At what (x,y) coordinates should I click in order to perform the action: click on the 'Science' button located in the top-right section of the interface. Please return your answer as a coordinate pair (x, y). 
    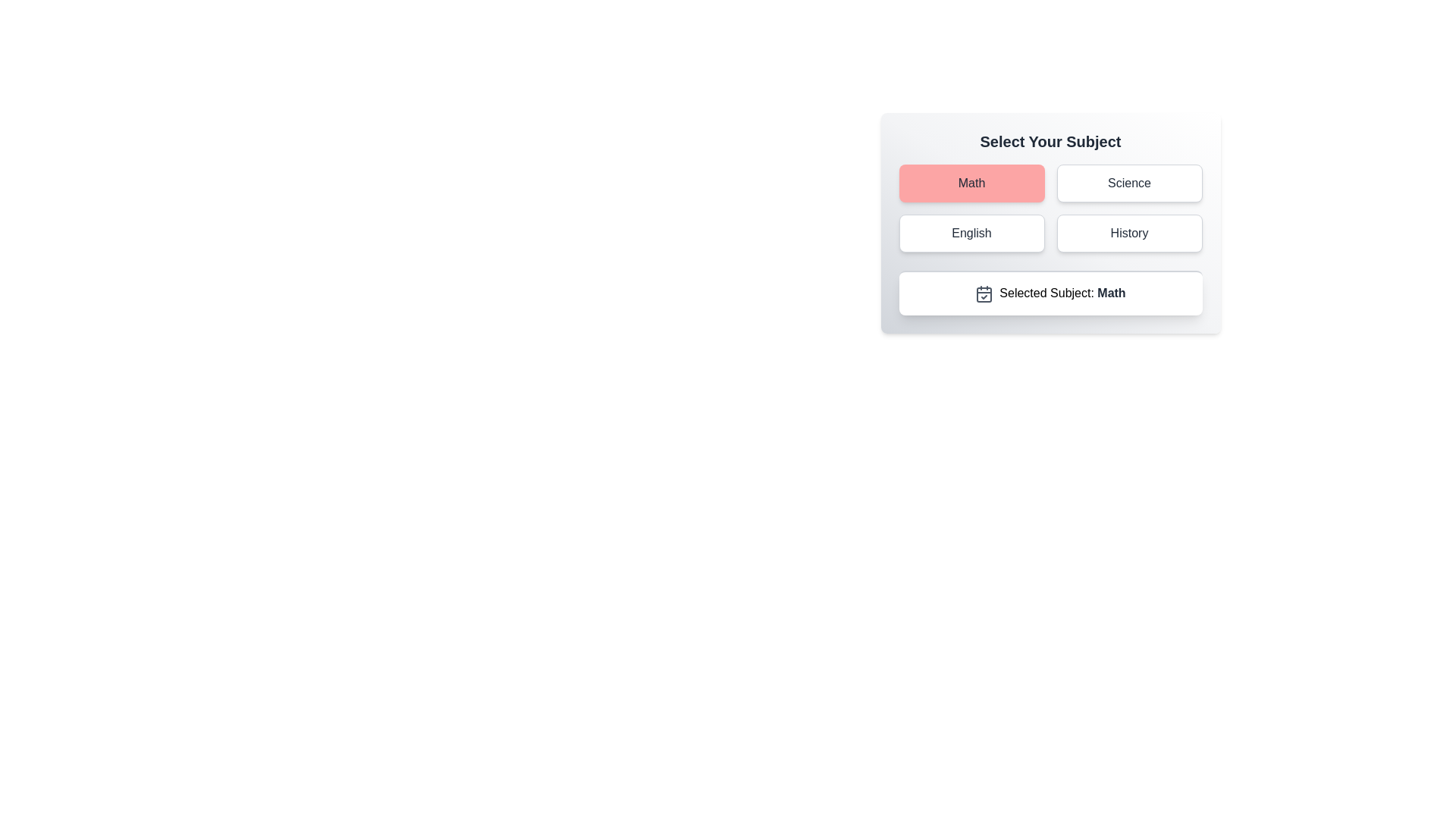
    Looking at the image, I should click on (1129, 183).